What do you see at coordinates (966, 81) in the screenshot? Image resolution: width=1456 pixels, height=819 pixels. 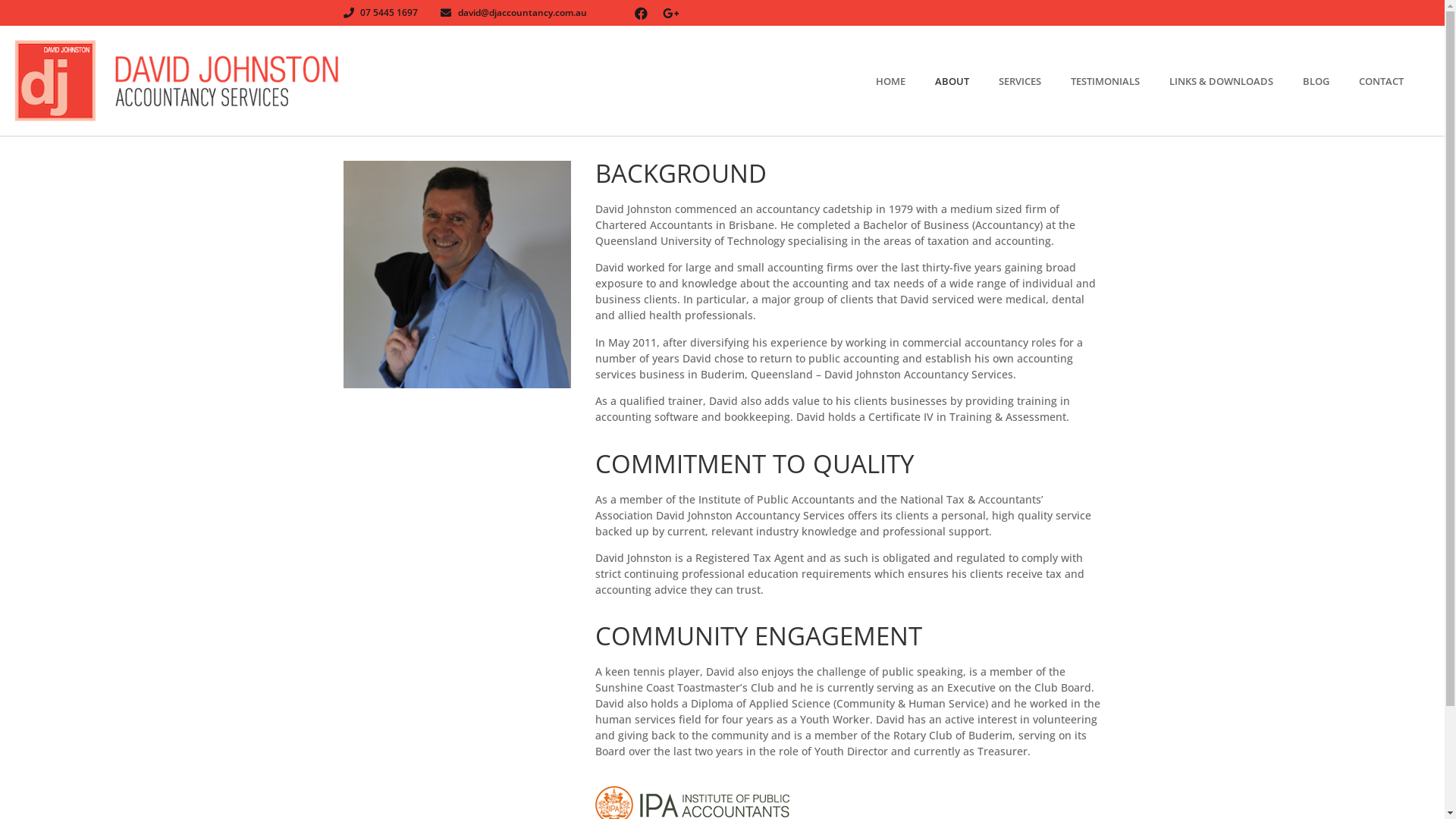 I see `'ABOUT'` at bounding box center [966, 81].